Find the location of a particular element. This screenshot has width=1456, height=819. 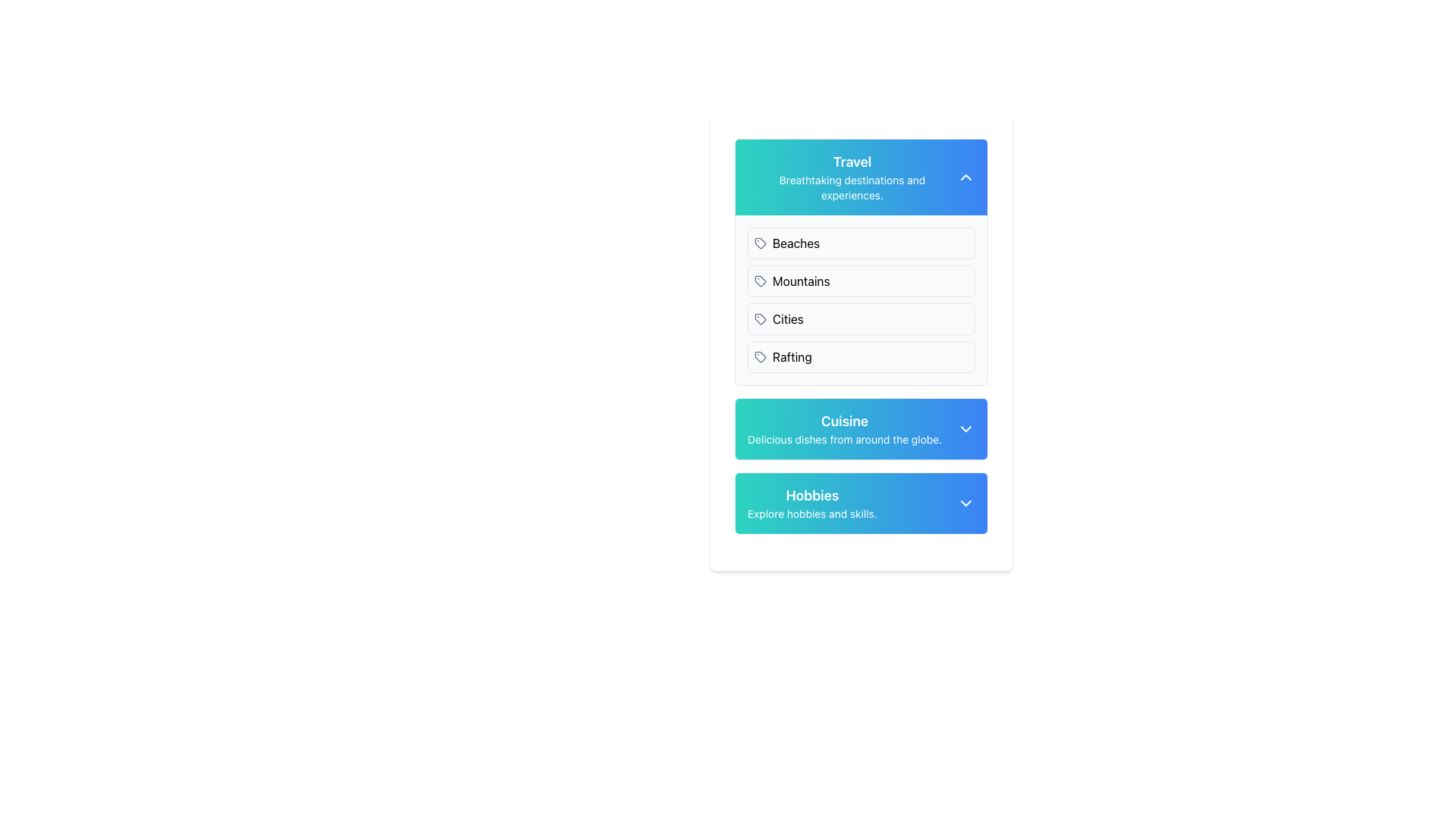

the 'Cuisine' expandable menu option, which features a gradient background and contains the title 'Cuisine' in bold with a right-pointing arrow for expandability is located at coordinates (861, 429).